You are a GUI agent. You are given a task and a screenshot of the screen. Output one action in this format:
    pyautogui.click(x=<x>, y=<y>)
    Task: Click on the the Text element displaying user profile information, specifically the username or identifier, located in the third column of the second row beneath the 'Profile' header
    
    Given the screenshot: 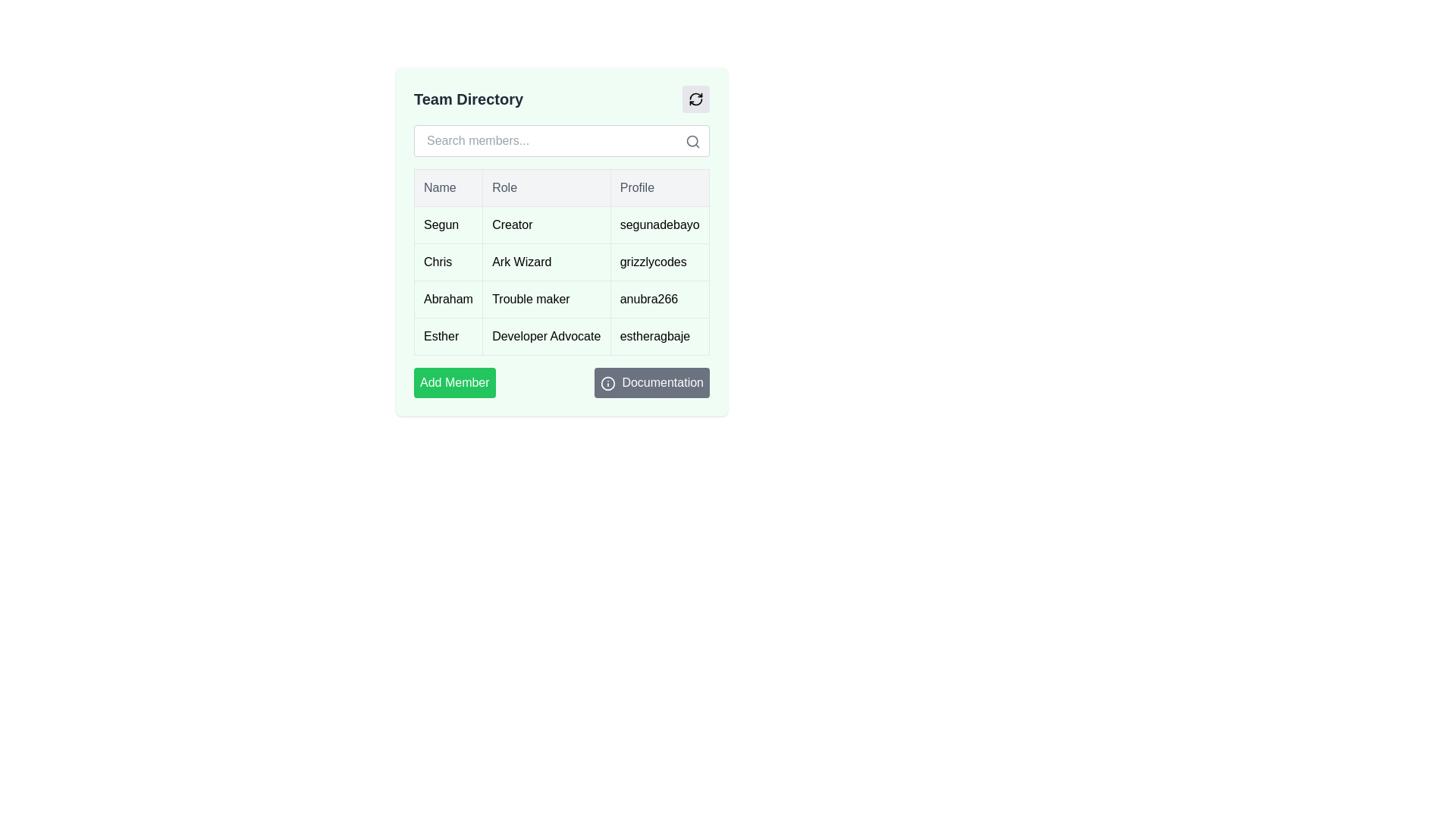 What is the action you would take?
    pyautogui.click(x=660, y=262)
    